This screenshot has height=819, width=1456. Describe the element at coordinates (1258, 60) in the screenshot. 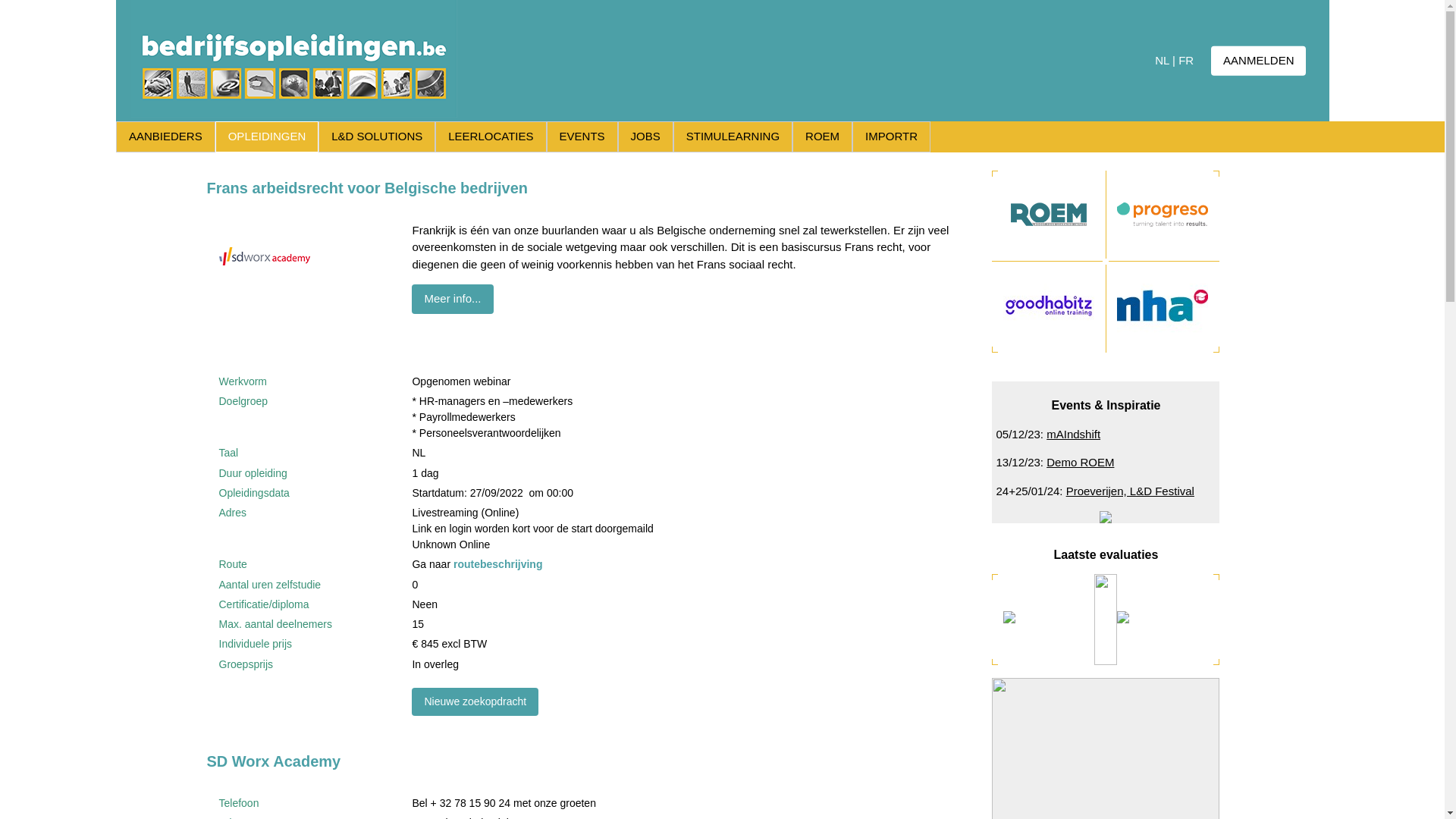

I see `'AANMELDEN'` at that location.